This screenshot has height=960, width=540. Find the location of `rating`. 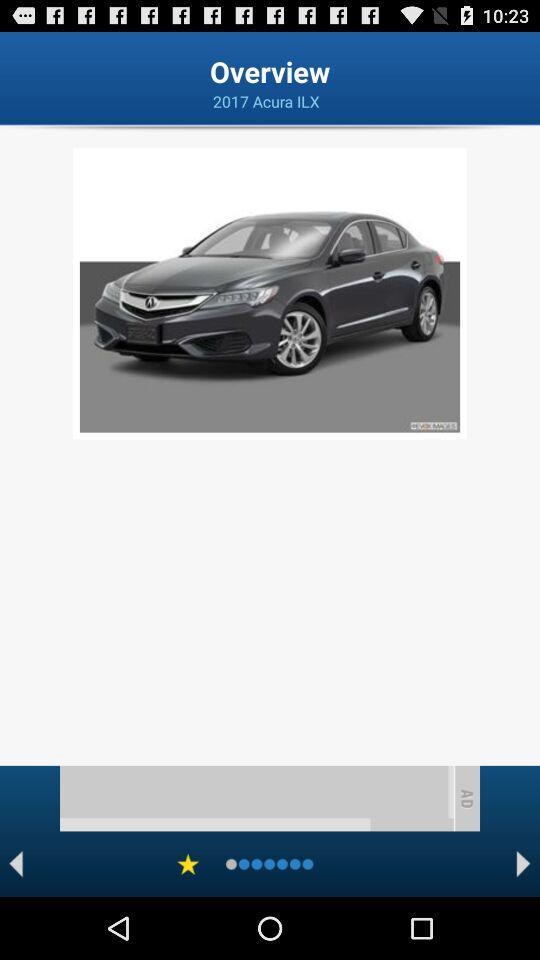

rating is located at coordinates (188, 863).